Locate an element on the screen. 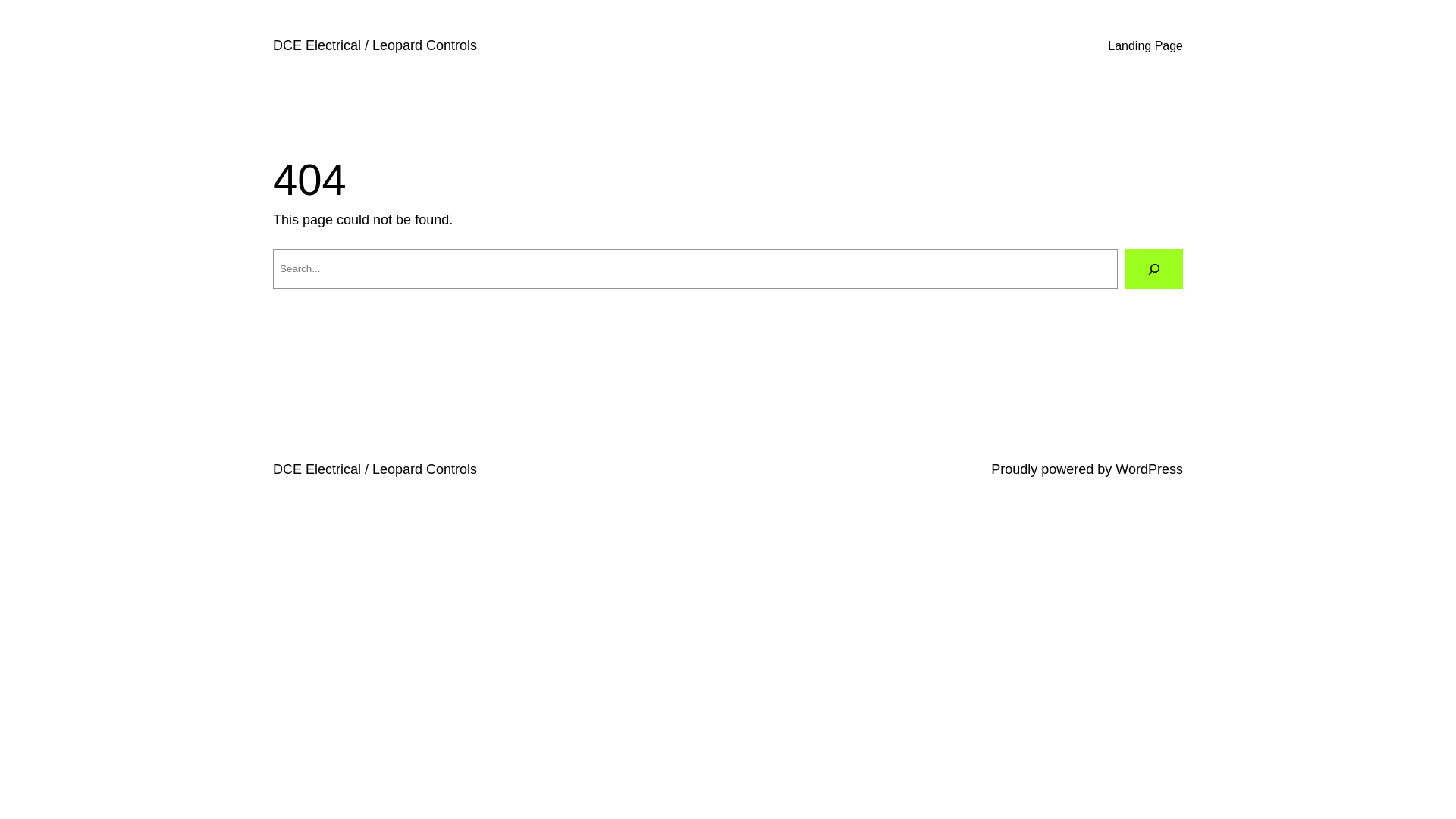 The image size is (1456, 819). 'DCE Electrical / Leopard Controls' is located at coordinates (375, 45).